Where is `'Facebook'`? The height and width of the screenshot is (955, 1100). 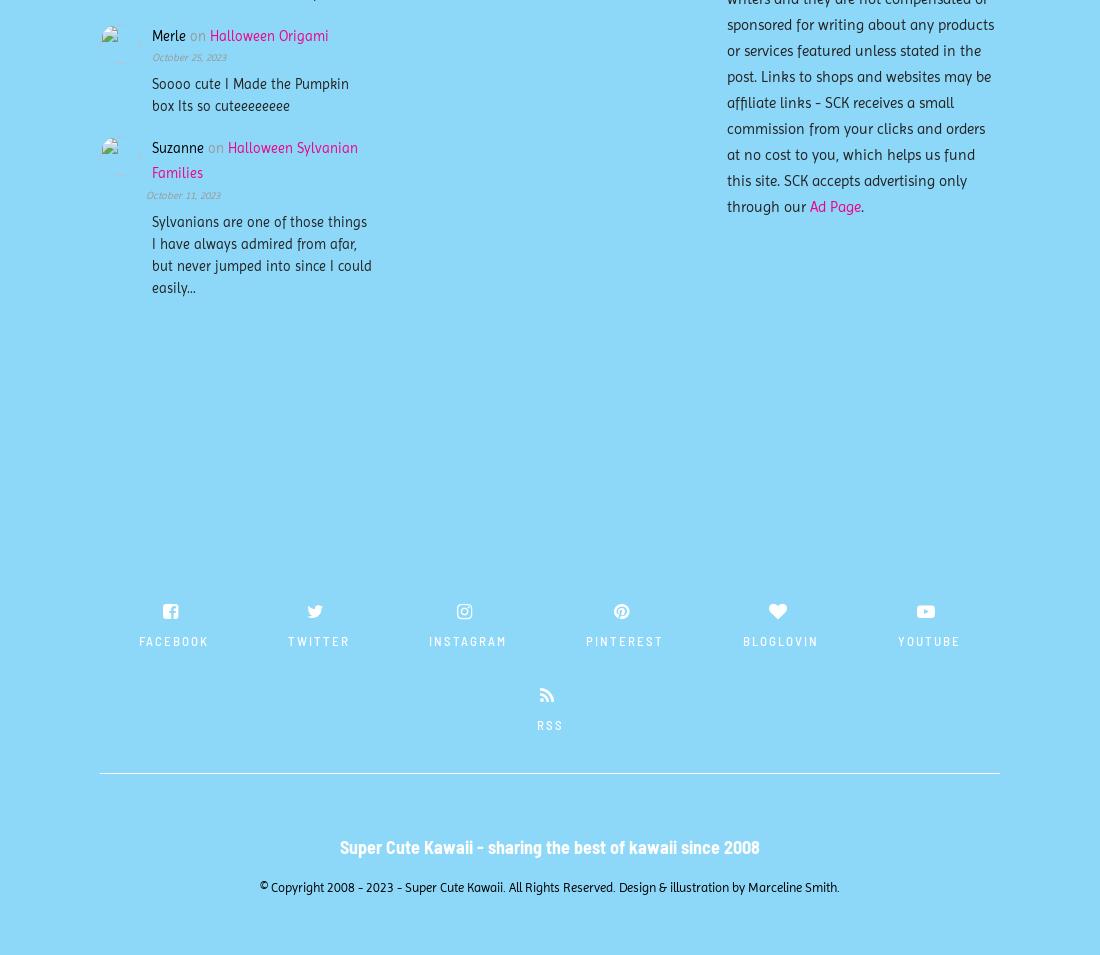 'Facebook' is located at coordinates (138, 639).